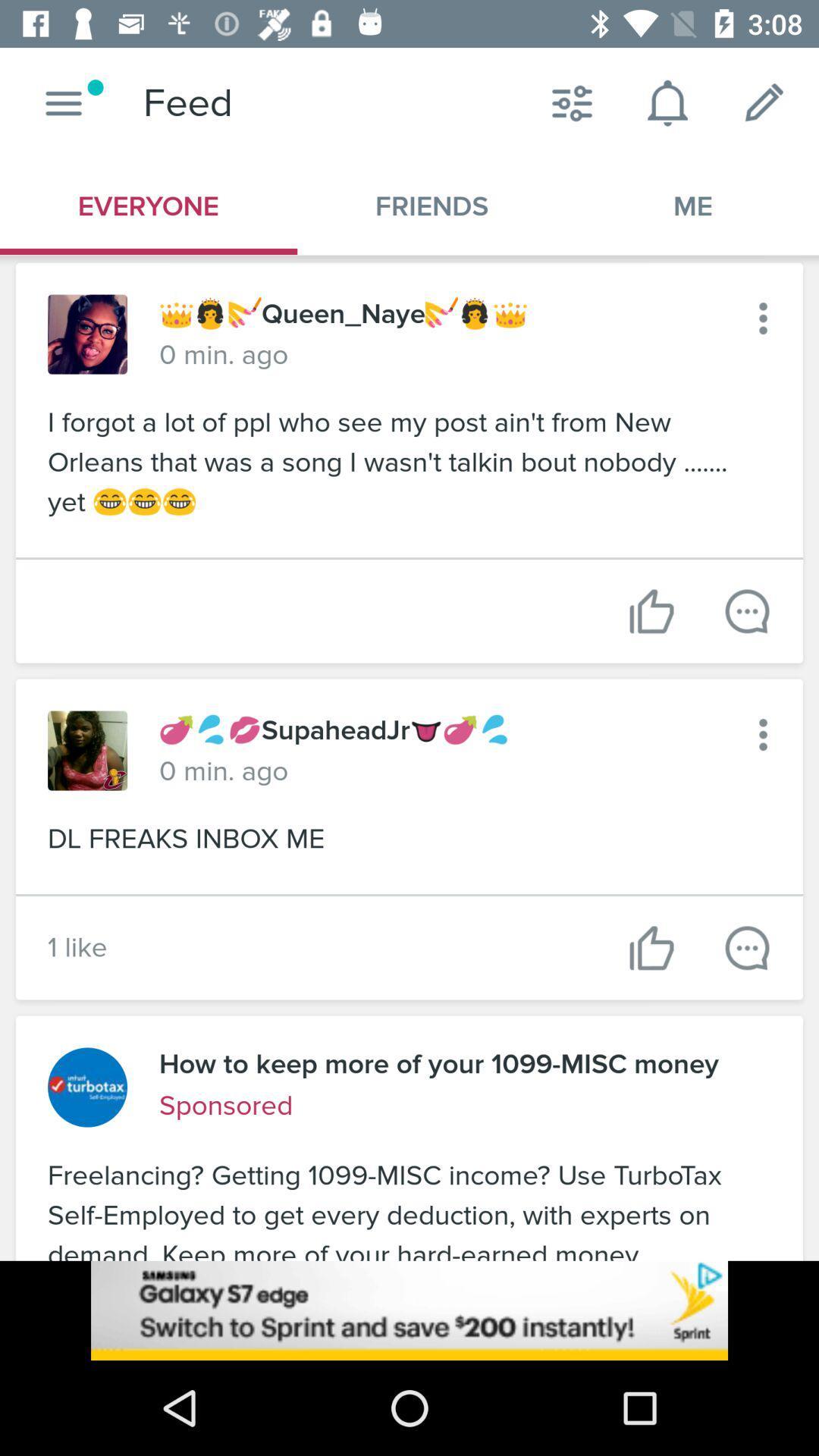  Describe the element at coordinates (651, 611) in the screenshot. I see `like post` at that location.